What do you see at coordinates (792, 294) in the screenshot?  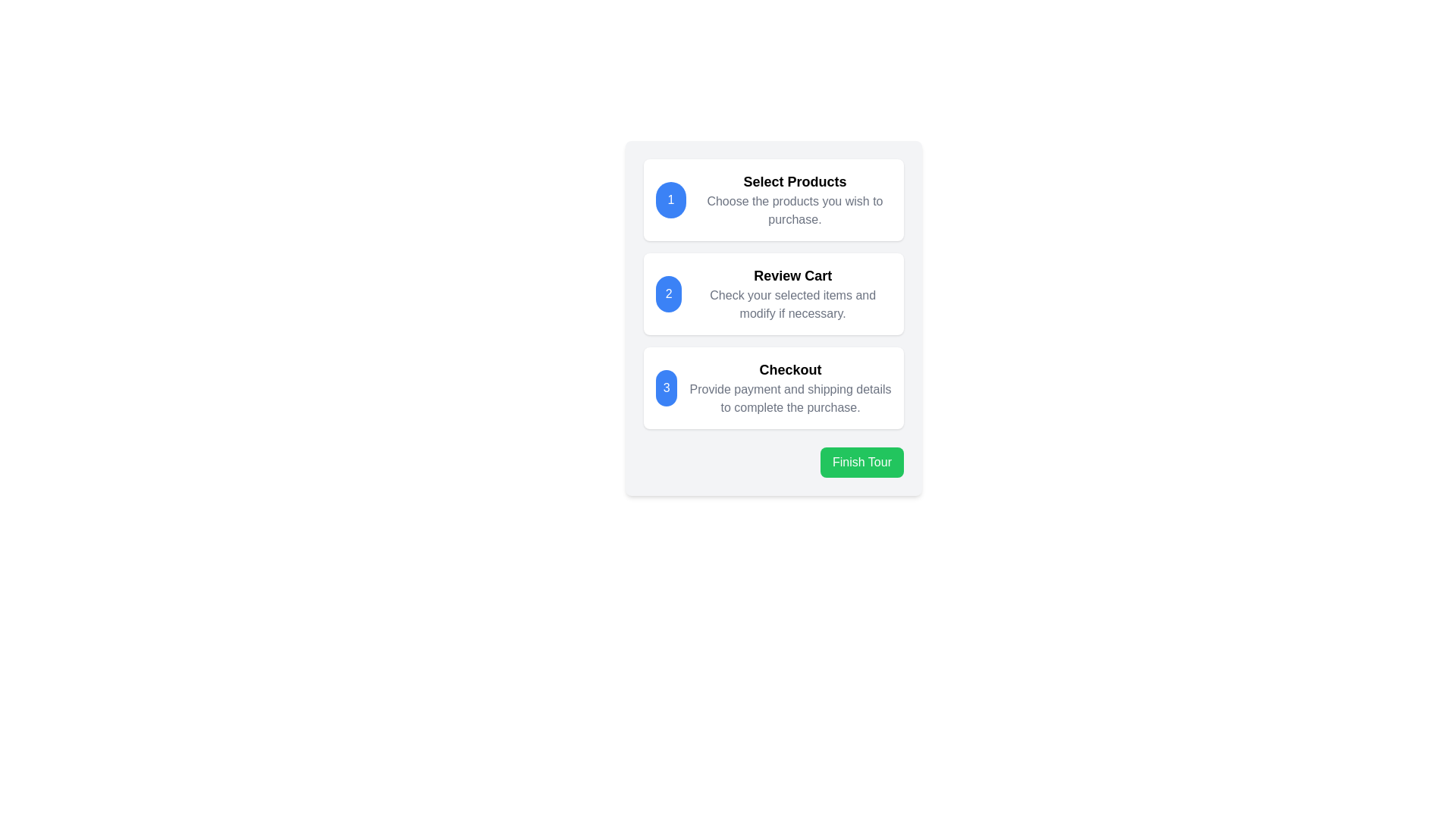 I see `the 'Review Cart' descriptive text block, which features a bold title and smaller gray text, located between 'Select Products' and 'Checkout' sections` at bounding box center [792, 294].